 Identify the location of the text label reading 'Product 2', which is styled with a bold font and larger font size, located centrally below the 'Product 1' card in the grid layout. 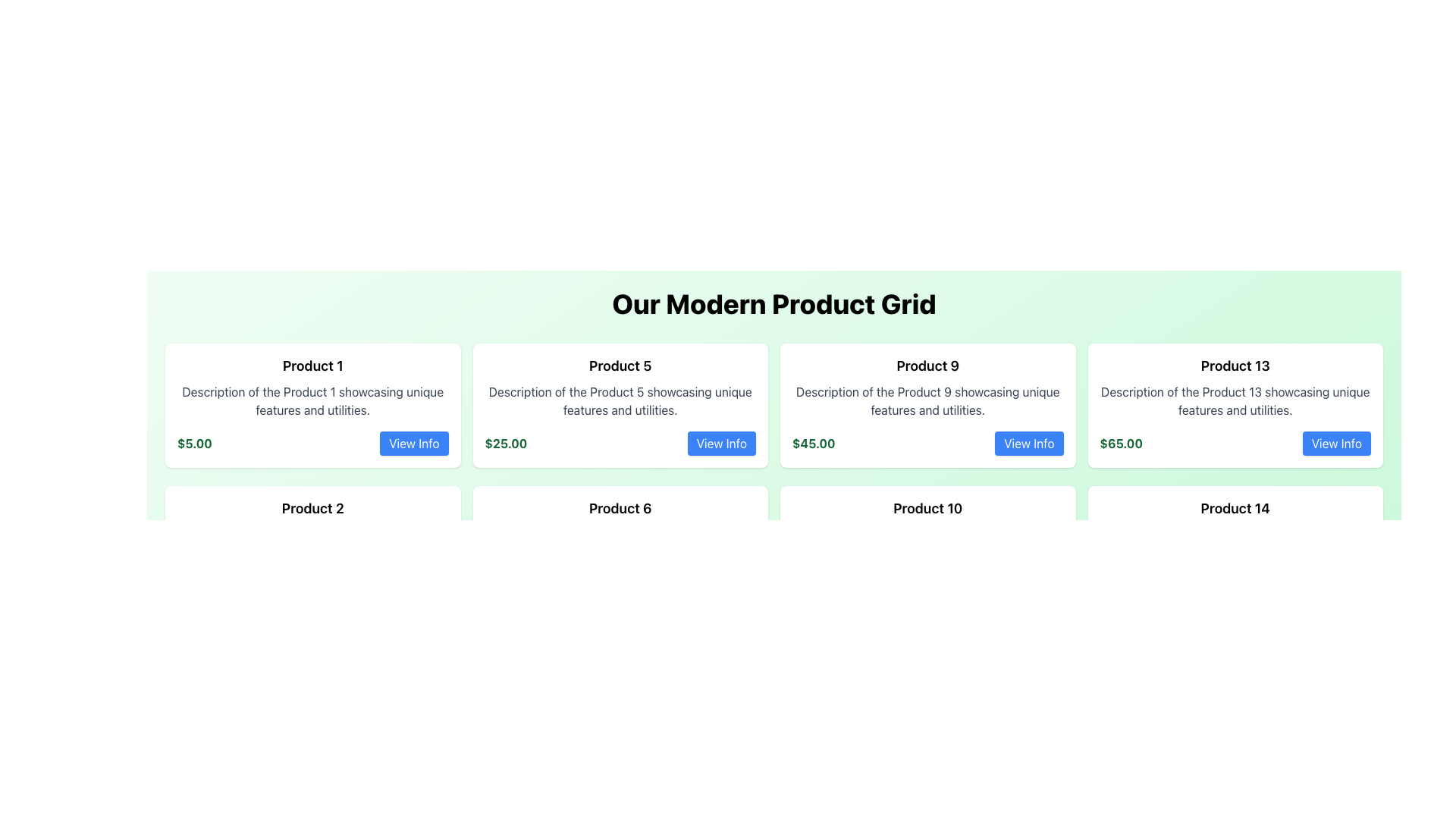
(312, 509).